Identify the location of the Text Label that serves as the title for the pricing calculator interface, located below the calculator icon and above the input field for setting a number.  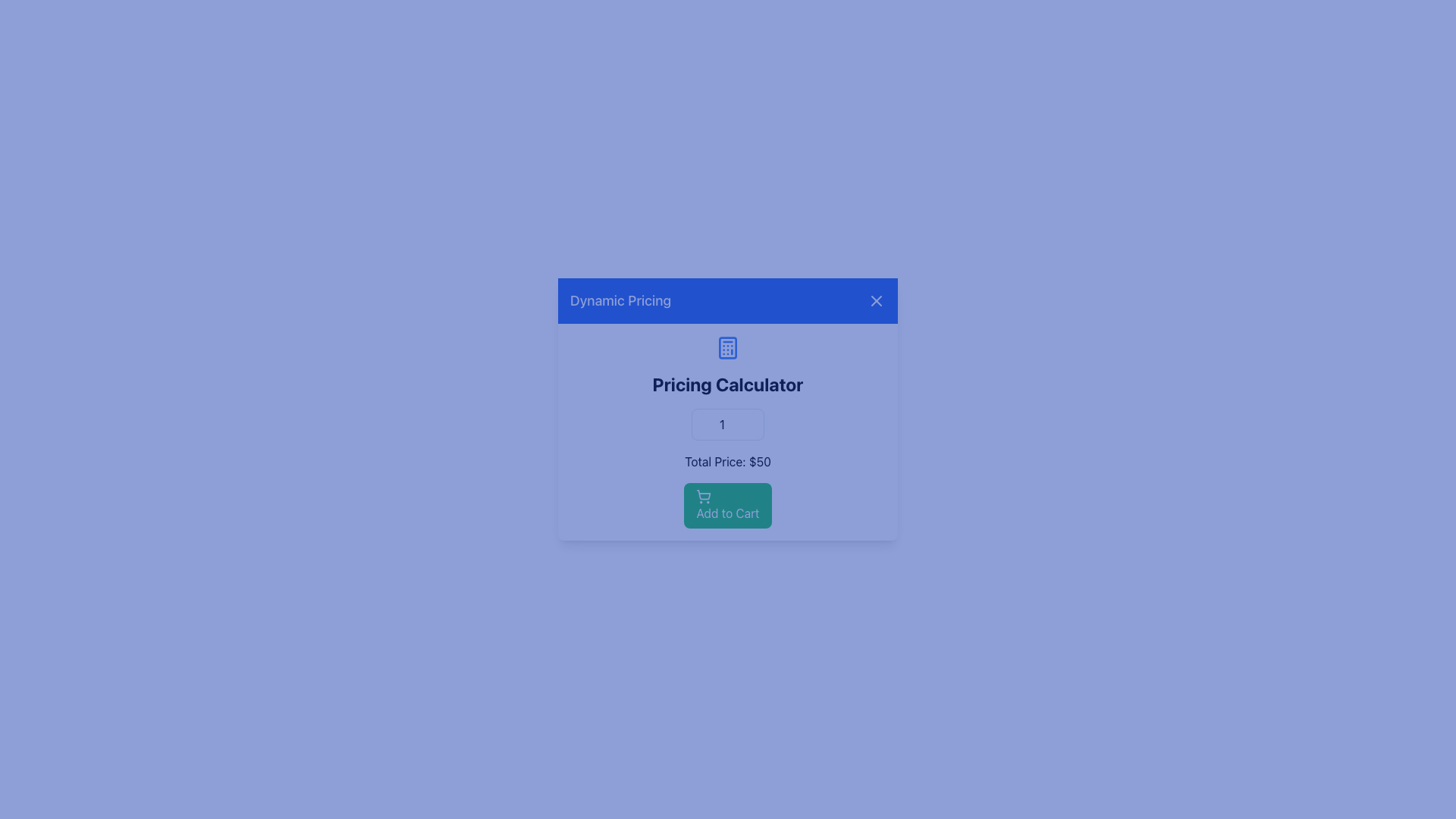
(728, 383).